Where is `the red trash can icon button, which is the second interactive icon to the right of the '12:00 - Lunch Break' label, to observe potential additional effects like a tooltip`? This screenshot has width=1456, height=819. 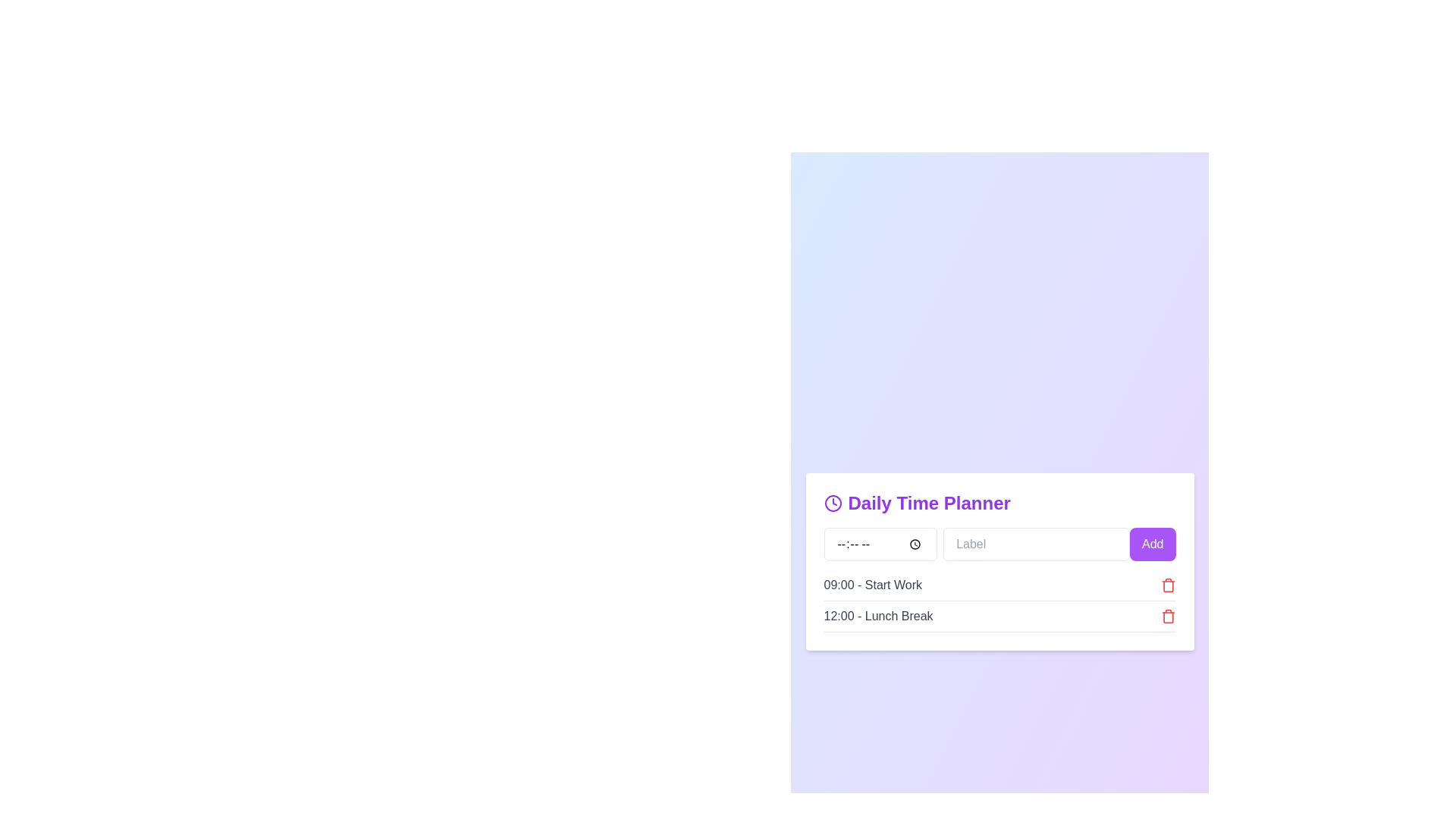
the red trash can icon button, which is the second interactive icon to the right of the '12:00 - Lunch Break' label, to observe potential additional effects like a tooltip is located at coordinates (1167, 617).